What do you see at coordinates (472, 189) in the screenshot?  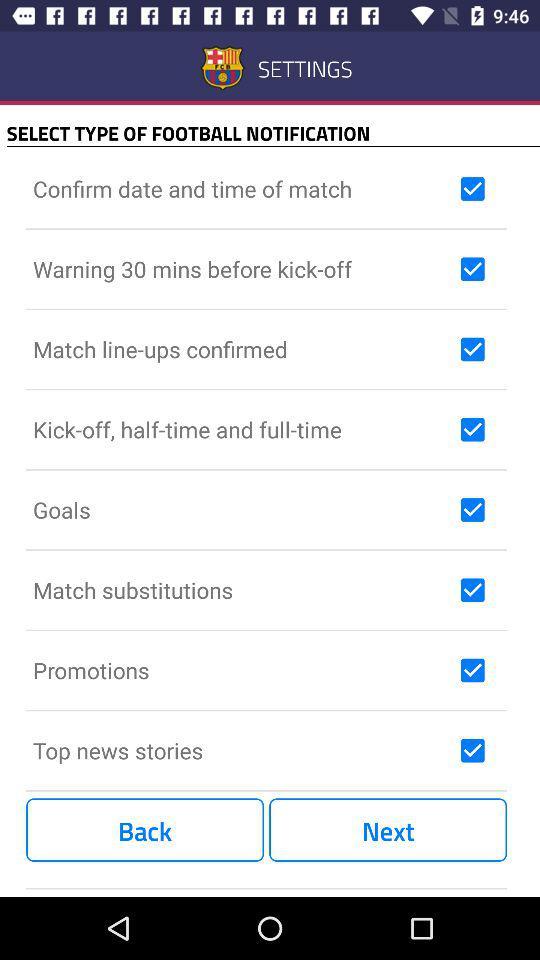 I see `check/uncheck date and time of match confirmation` at bounding box center [472, 189].